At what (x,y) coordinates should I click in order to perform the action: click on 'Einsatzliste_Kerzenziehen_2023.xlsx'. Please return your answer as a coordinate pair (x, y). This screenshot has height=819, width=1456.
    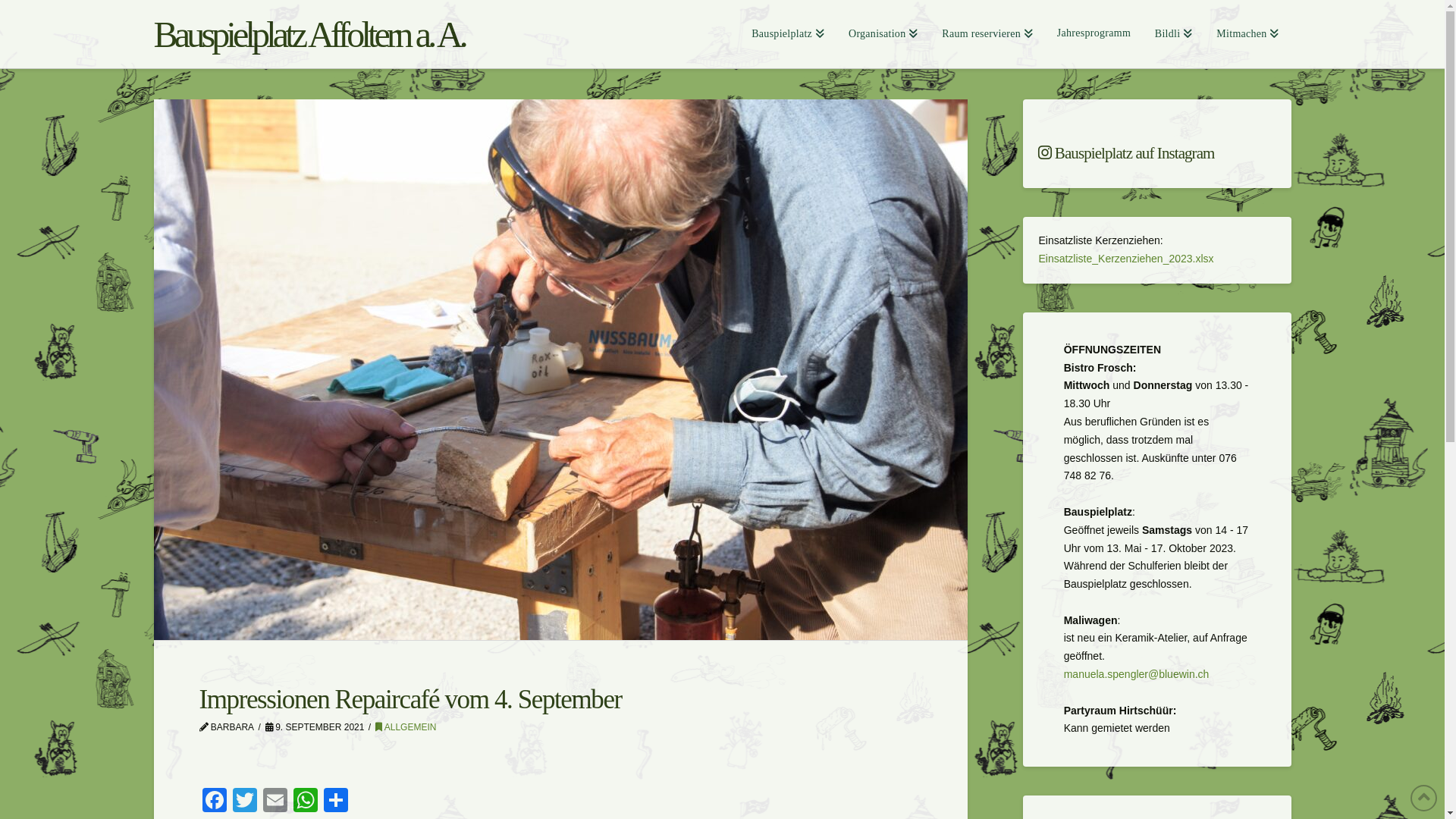
    Looking at the image, I should click on (1125, 257).